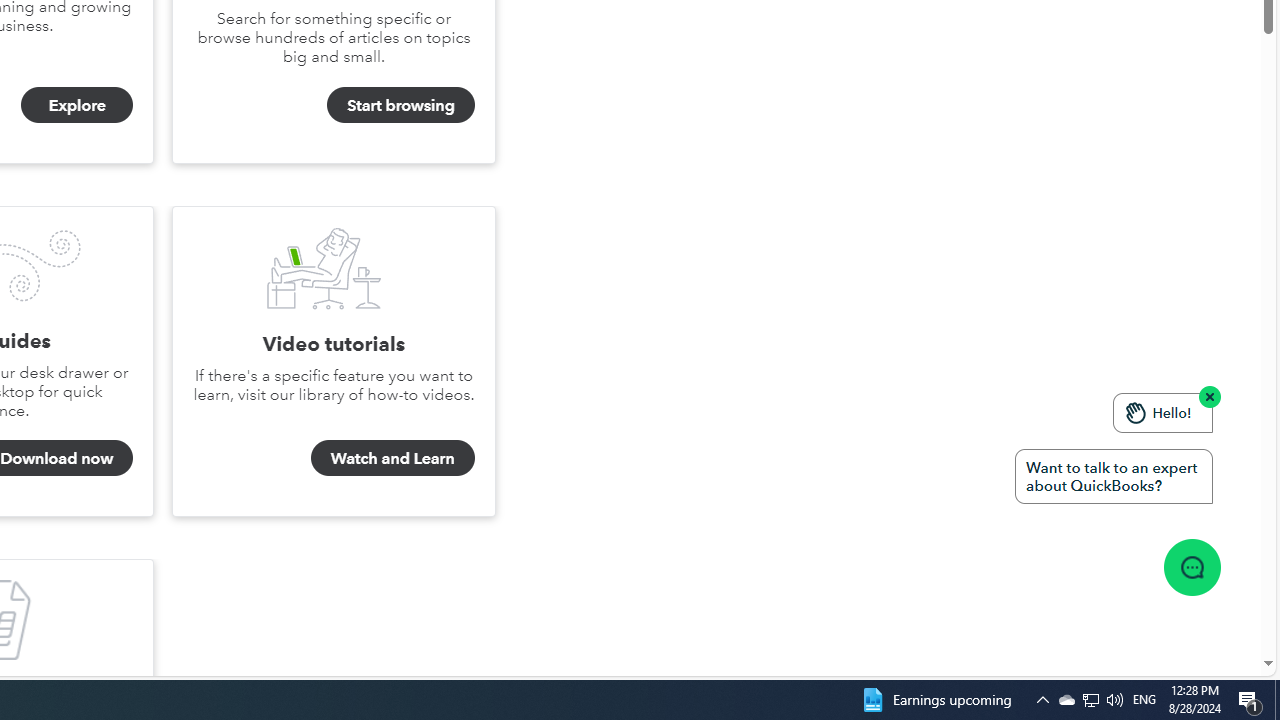 This screenshot has width=1280, height=720. I want to click on 'Watch and Learn', so click(392, 457).